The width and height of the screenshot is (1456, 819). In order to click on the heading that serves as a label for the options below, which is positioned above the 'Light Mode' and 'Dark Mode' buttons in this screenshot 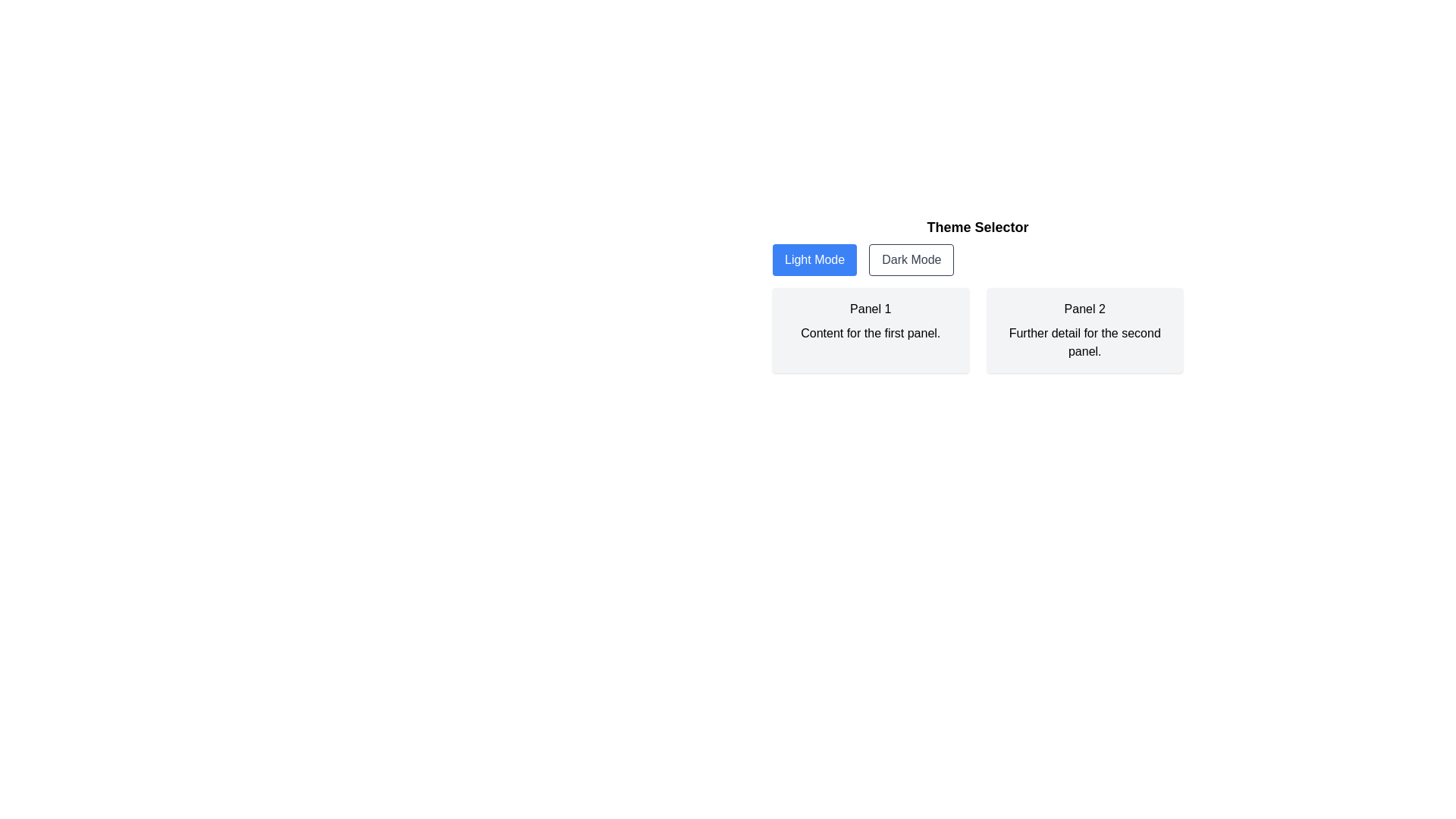, I will do `click(977, 227)`.